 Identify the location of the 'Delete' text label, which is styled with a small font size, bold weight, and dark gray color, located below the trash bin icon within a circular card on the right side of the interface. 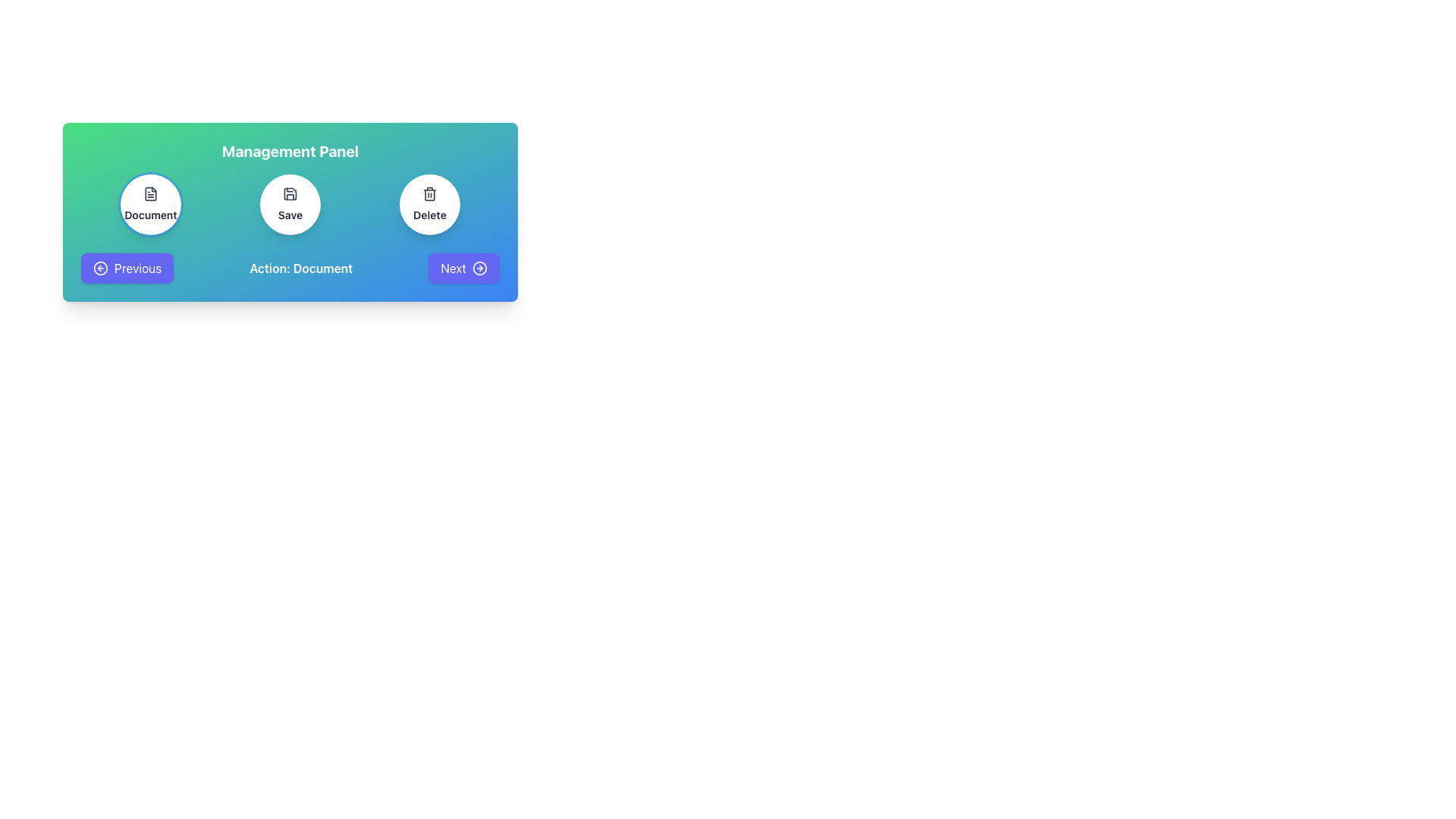
(428, 215).